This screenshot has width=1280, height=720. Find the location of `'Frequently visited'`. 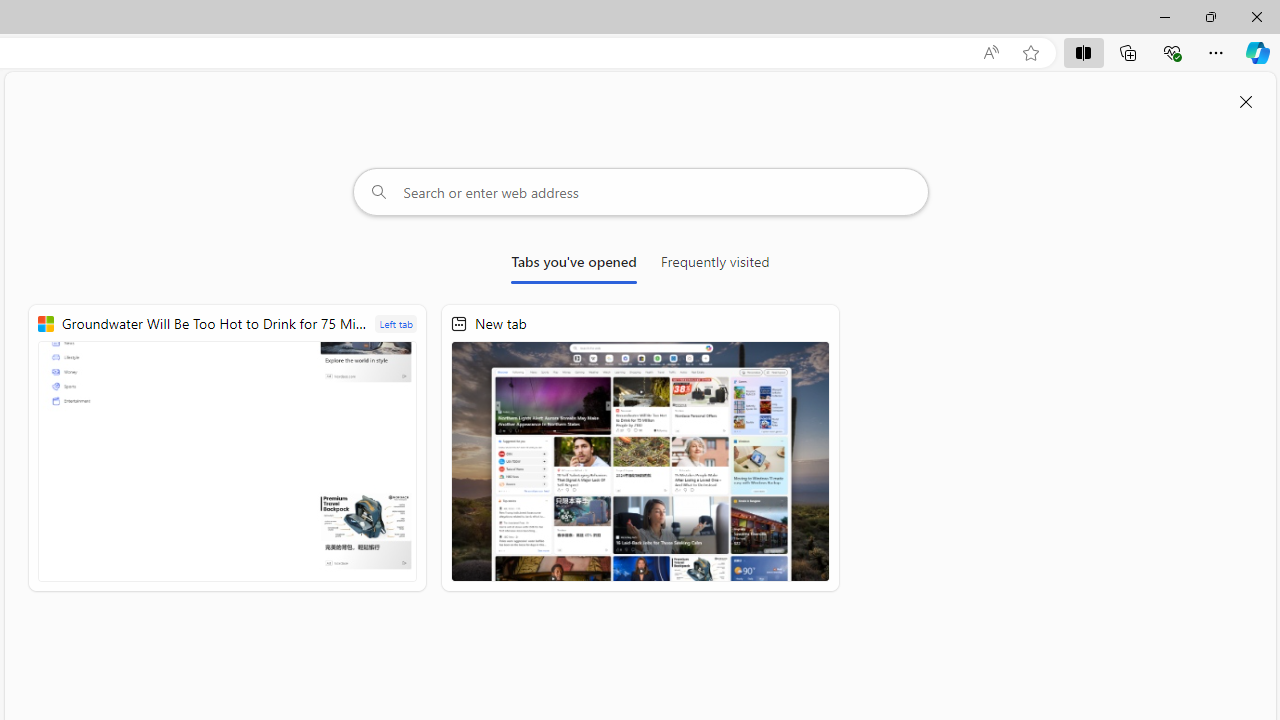

'Frequently visited' is located at coordinates (715, 265).